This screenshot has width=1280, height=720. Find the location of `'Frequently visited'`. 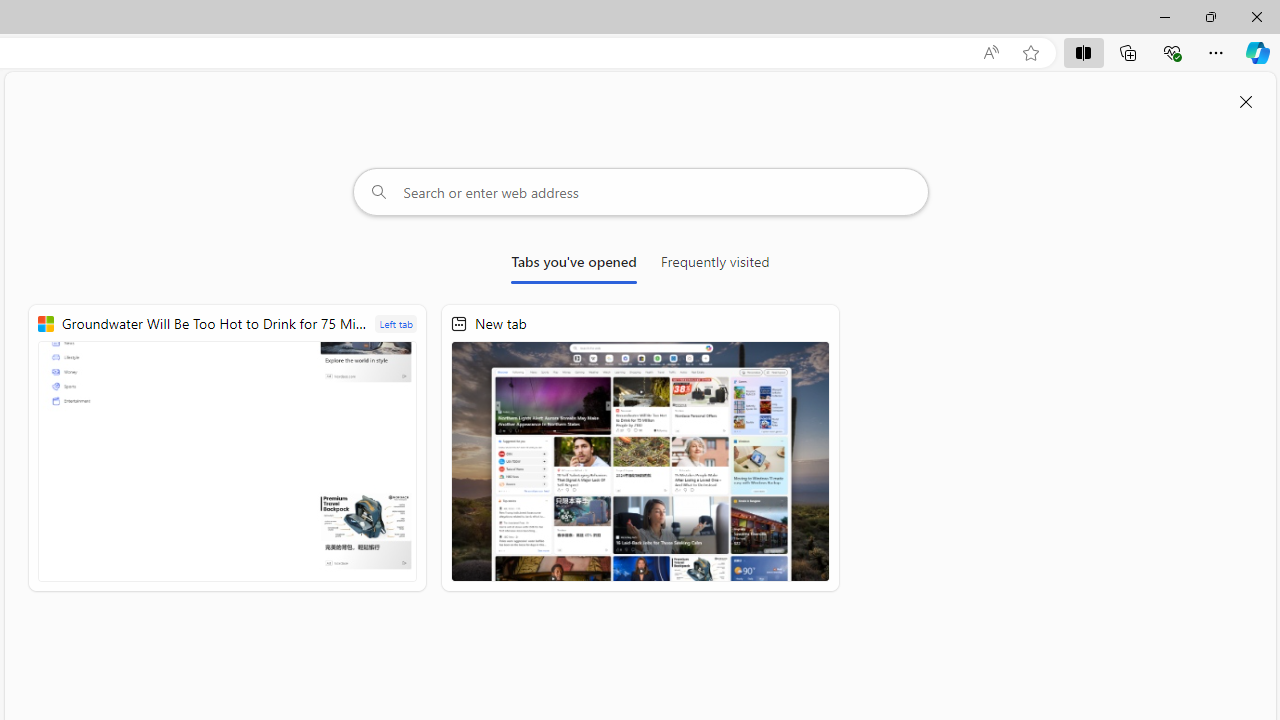

'Frequently visited' is located at coordinates (715, 265).